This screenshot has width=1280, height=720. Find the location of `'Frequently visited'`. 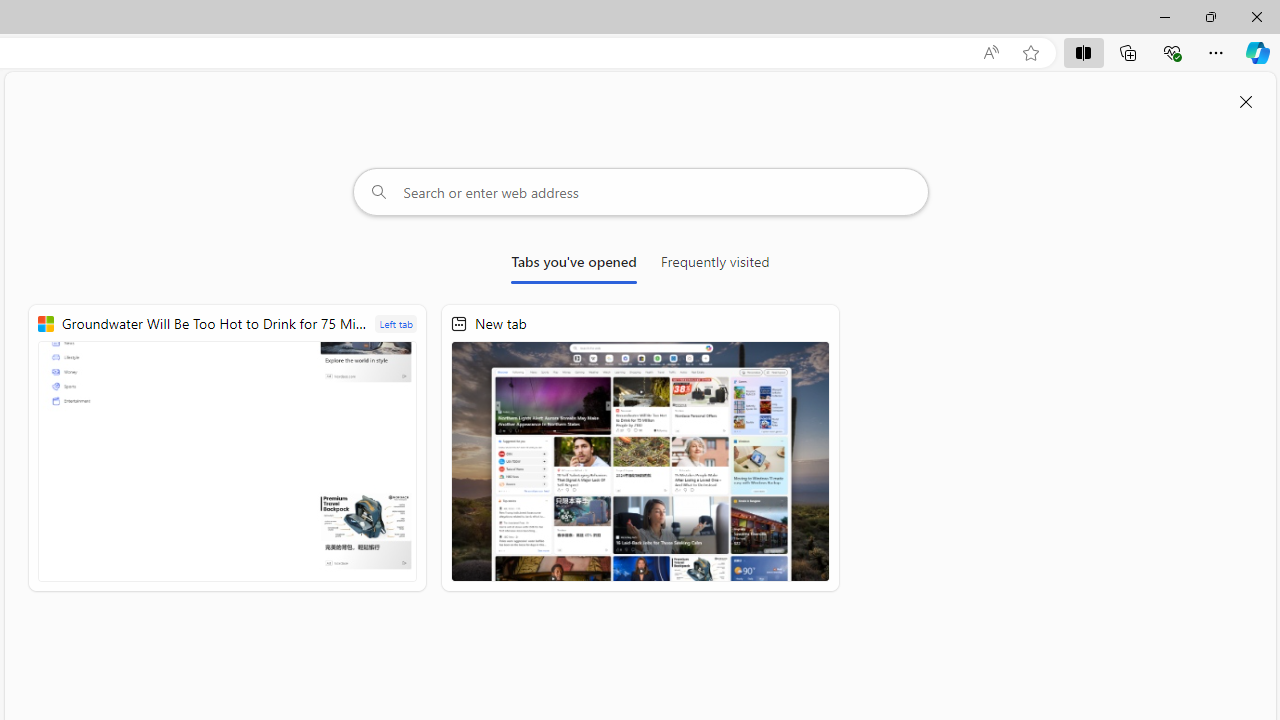

'Frequently visited' is located at coordinates (715, 265).